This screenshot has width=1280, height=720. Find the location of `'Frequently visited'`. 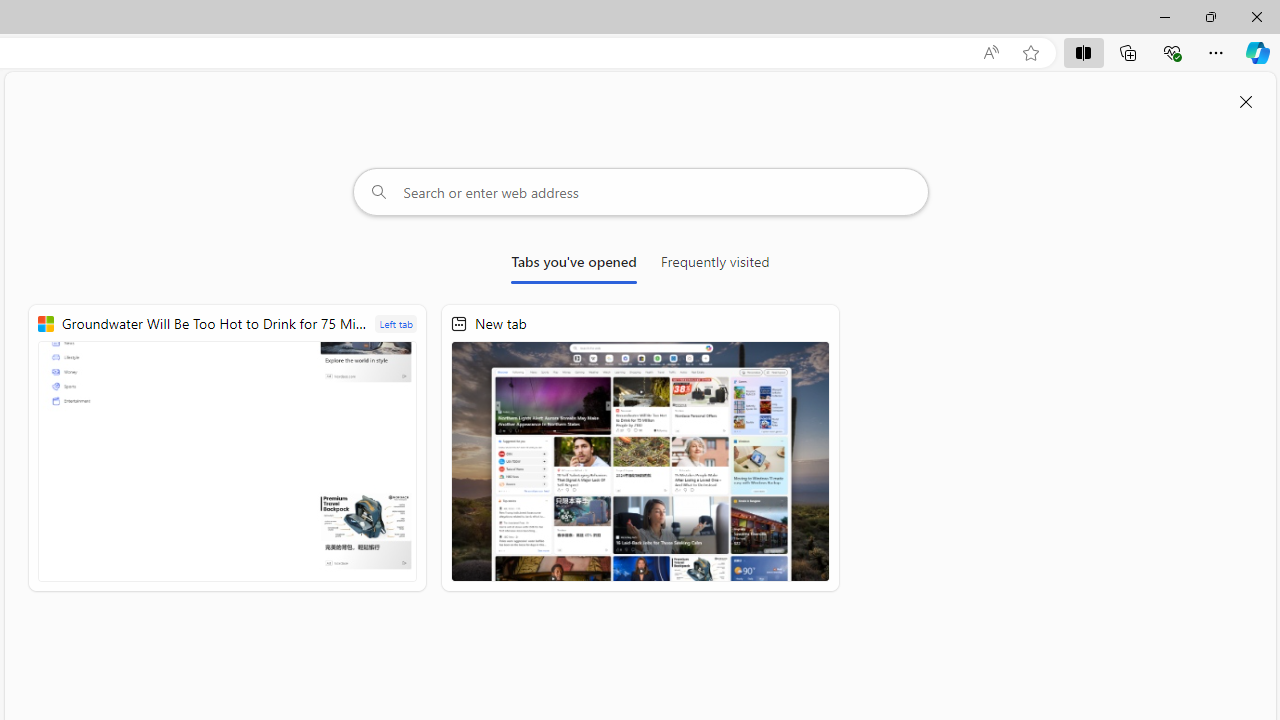

'Frequently visited' is located at coordinates (715, 265).